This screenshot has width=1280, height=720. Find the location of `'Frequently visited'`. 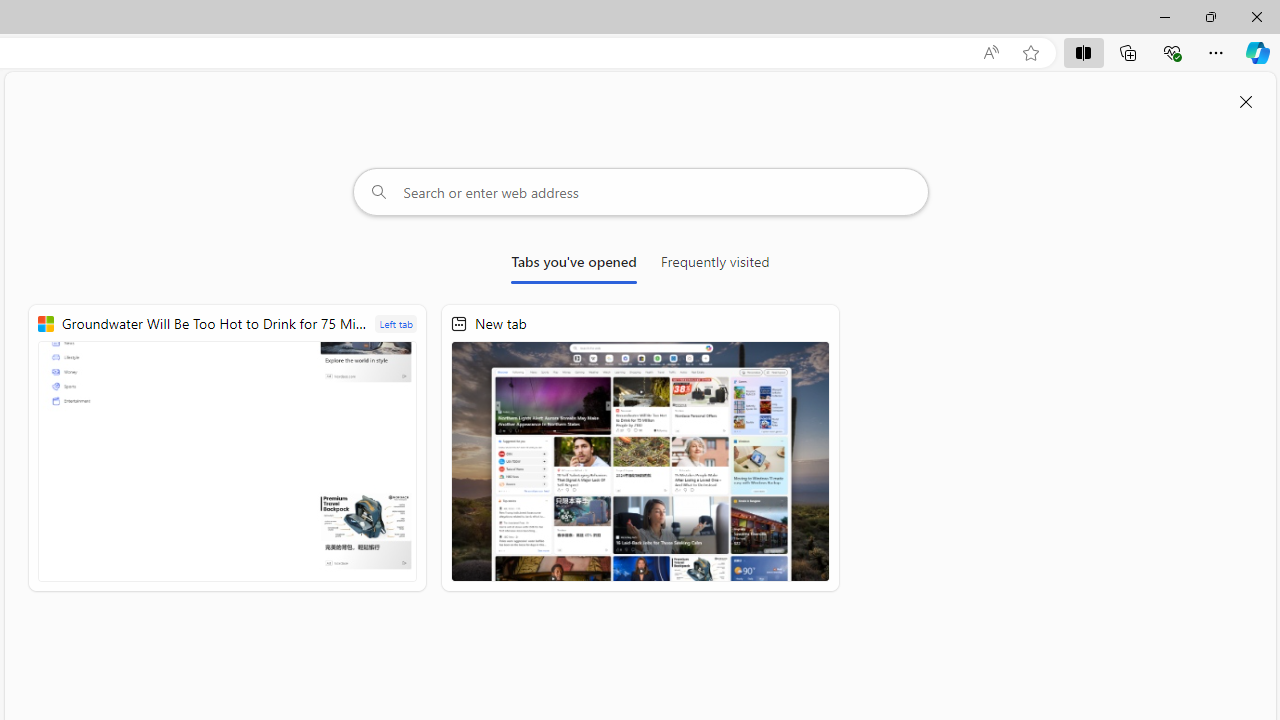

'Frequently visited' is located at coordinates (715, 265).